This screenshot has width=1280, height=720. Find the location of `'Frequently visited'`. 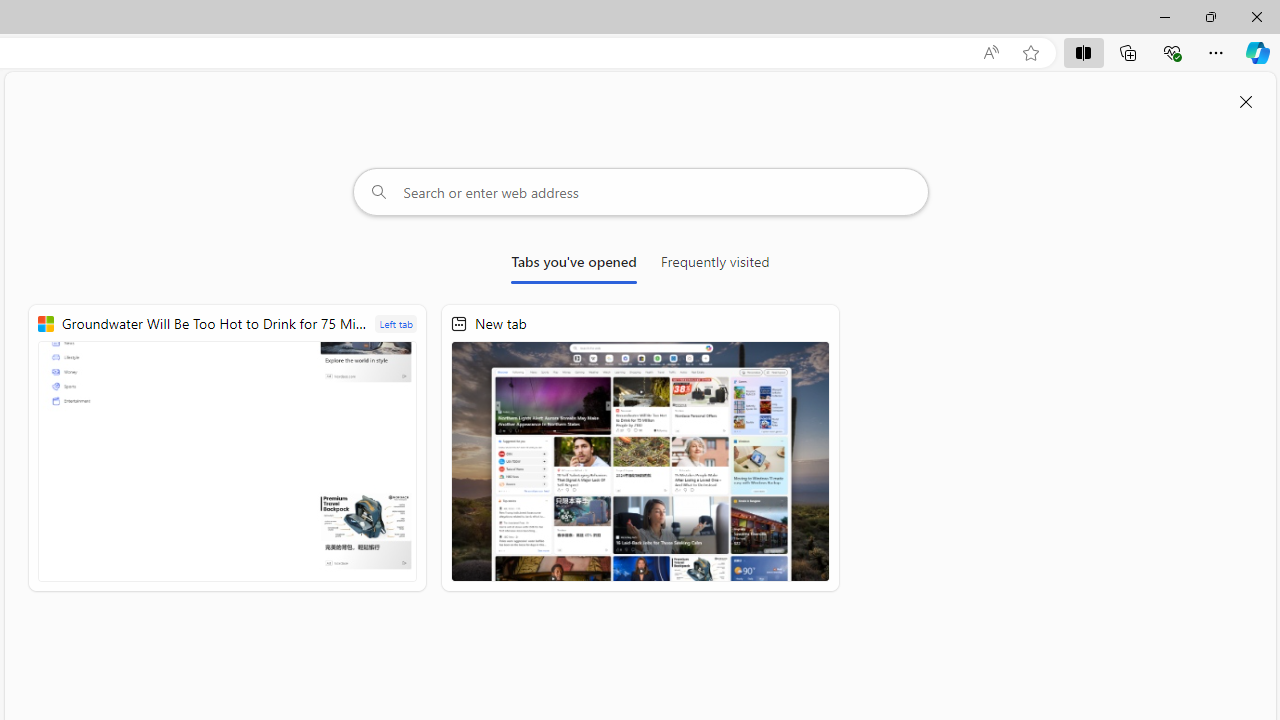

'Frequently visited' is located at coordinates (715, 265).